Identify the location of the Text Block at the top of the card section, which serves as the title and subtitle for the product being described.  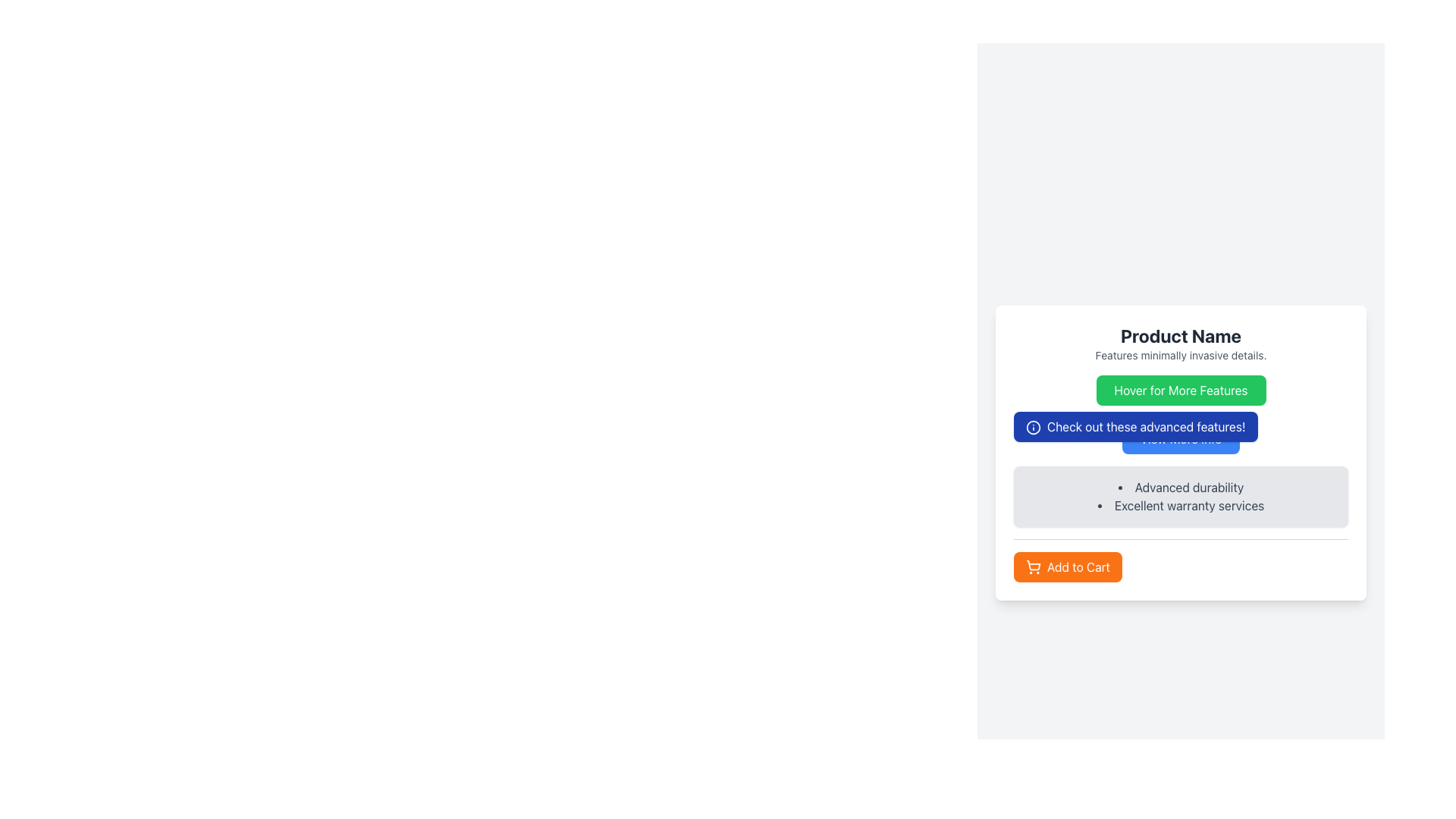
(1180, 343).